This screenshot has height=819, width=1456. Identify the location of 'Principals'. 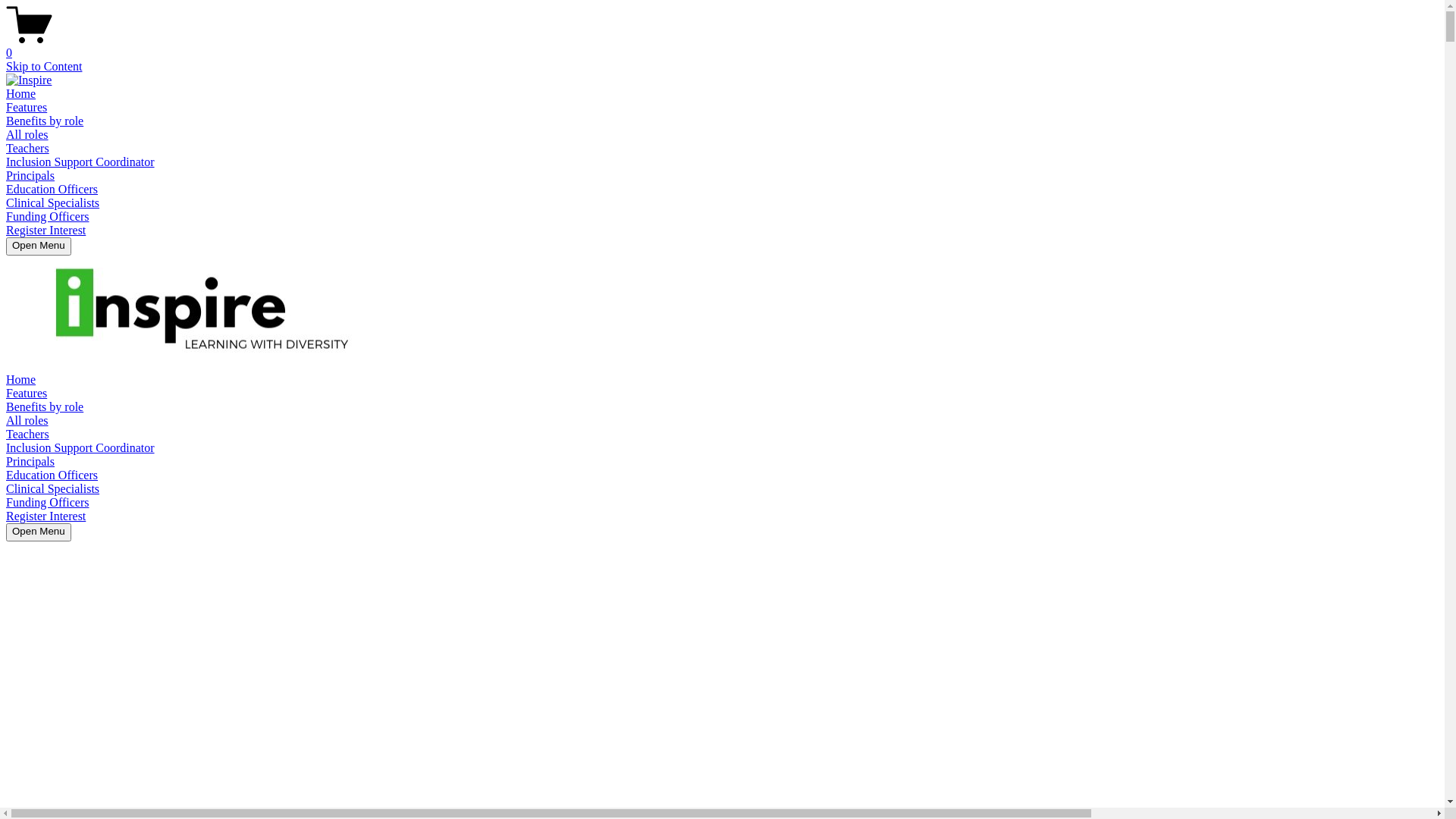
(30, 460).